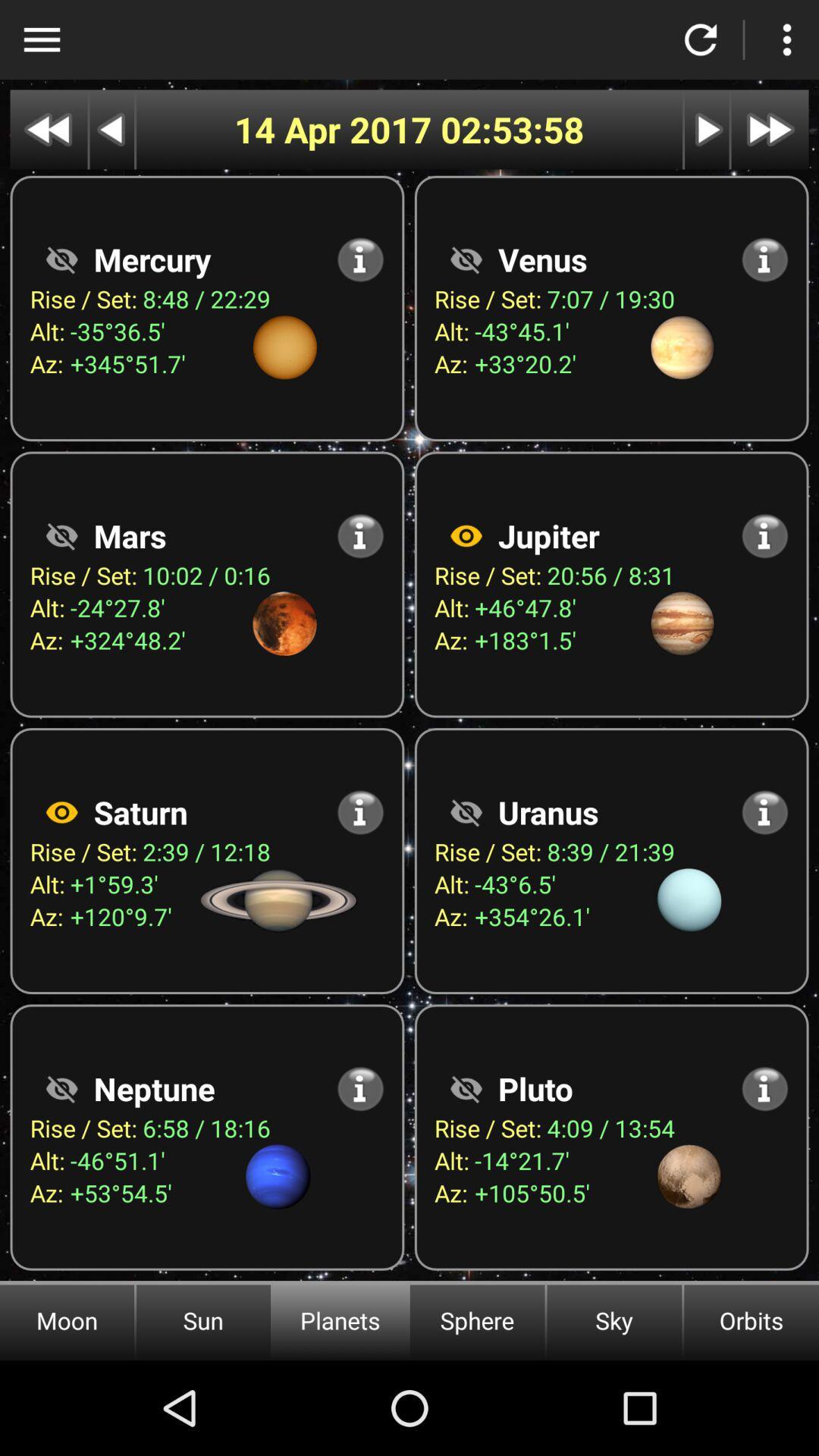 The height and width of the screenshot is (1456, 819). Describe the element at coordinates (764, 811) in the screenshot. I see `the info icon` at that location.